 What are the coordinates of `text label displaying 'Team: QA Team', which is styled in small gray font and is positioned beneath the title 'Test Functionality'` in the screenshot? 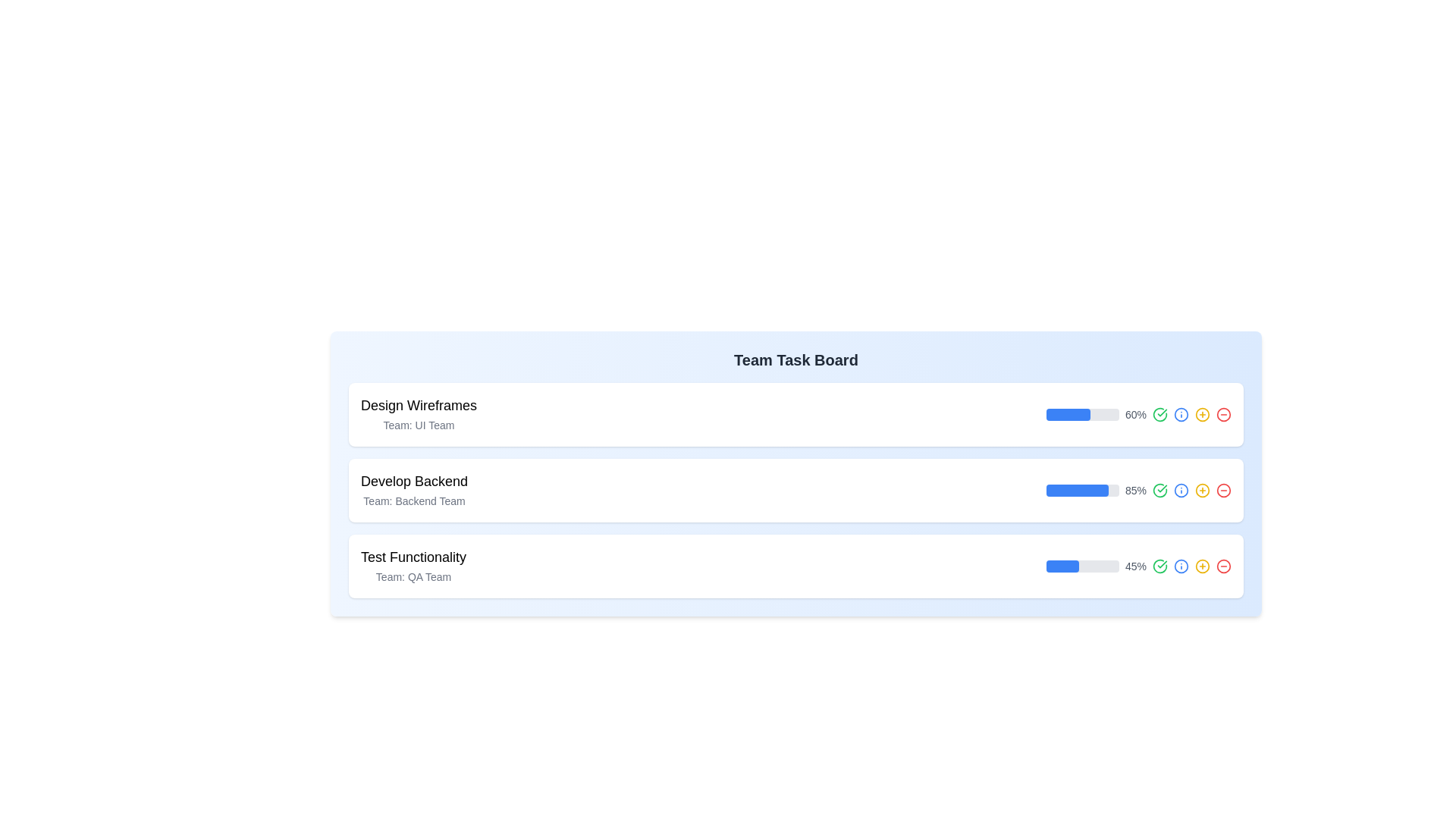 It's located at (413, 576).